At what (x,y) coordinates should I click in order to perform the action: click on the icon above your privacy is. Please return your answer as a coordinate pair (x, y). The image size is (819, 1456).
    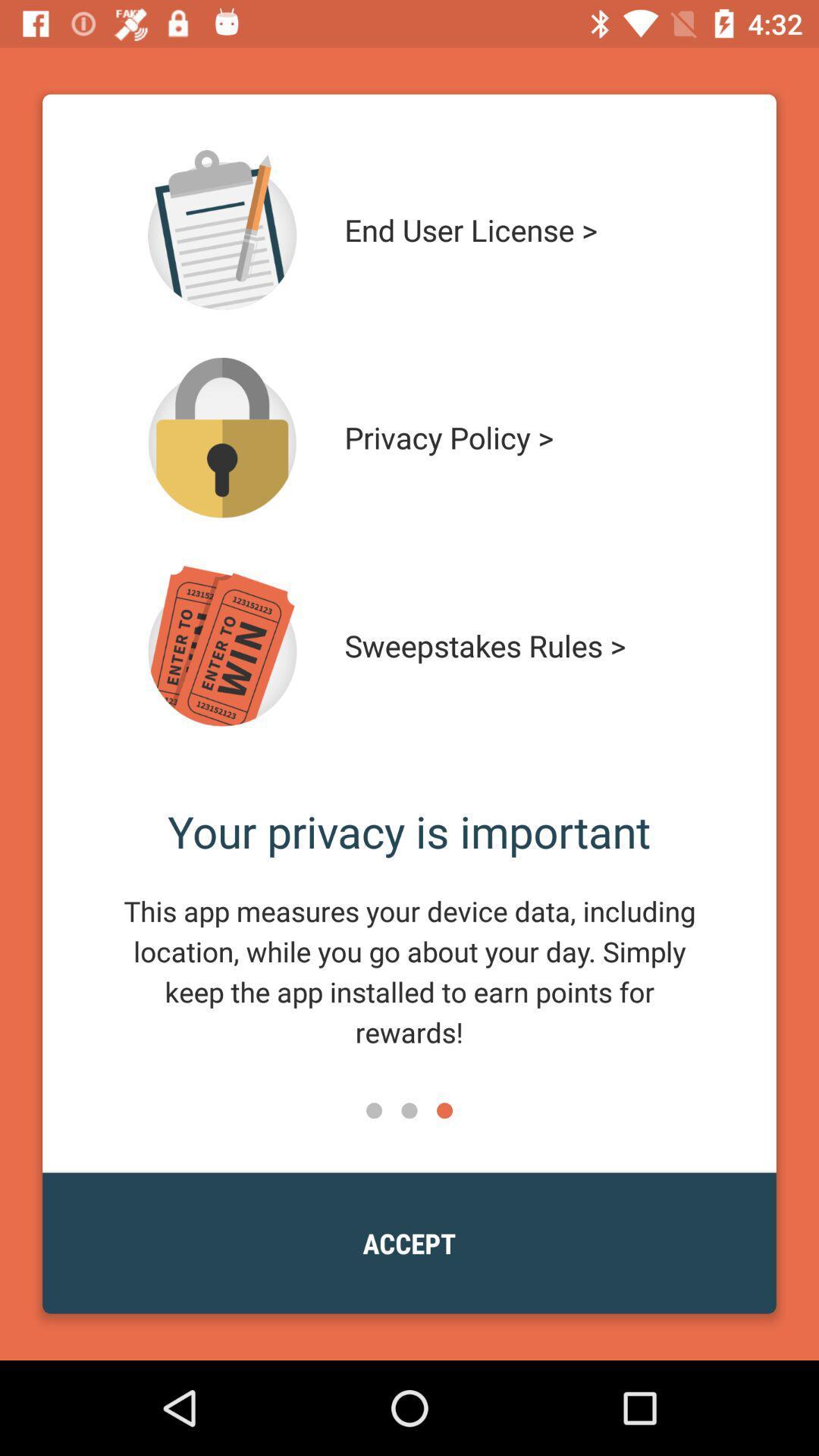
    Looking at the image, I should click on (513, 645).